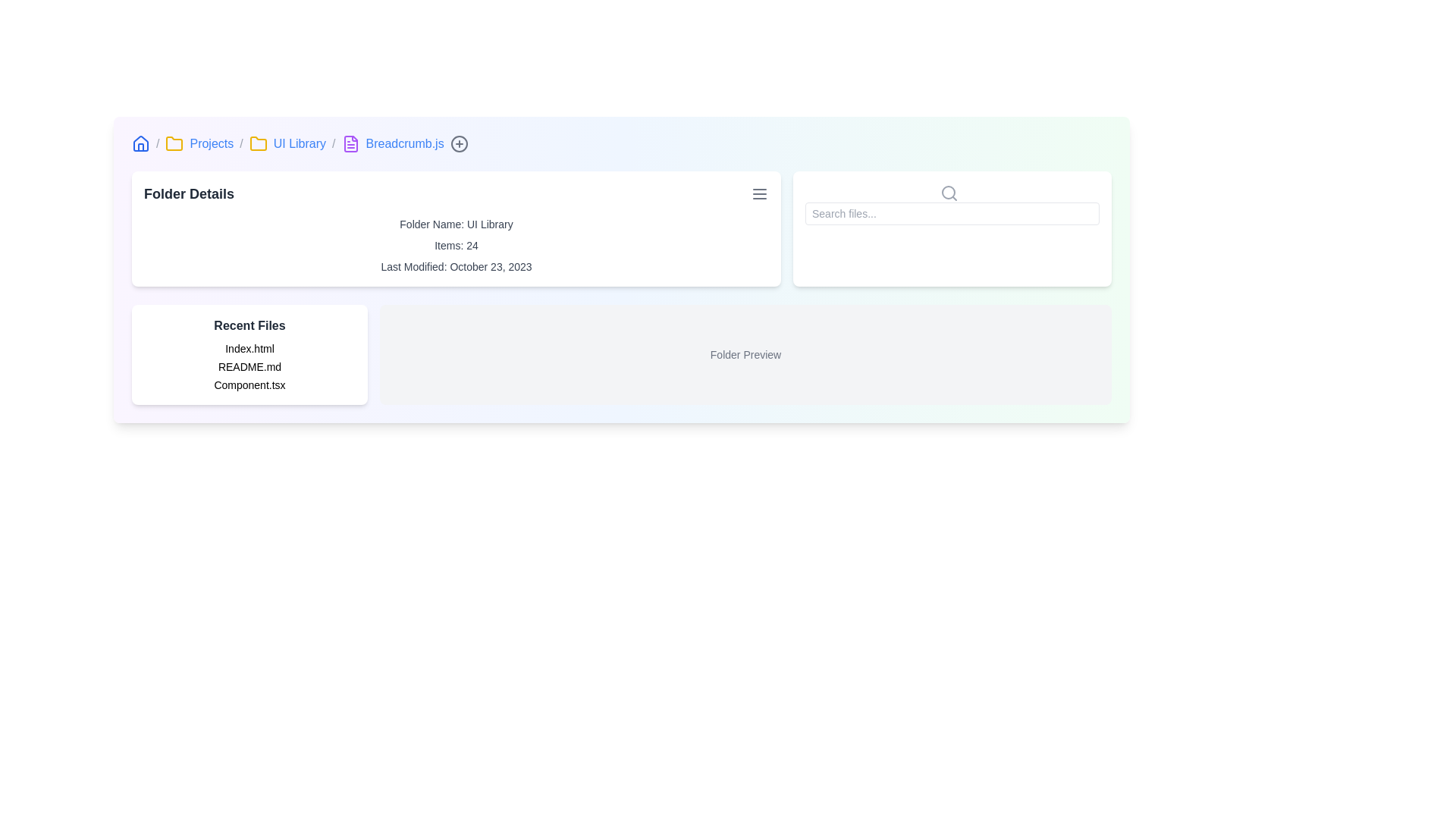 This screenshot has height=819, width=1456. What do you see at coordinates (188, 193) in the screenshot?
I see `text content of the 'Folder Details' label, which is prominently displayed in bold dark gray font in the upper-left corner of the main content area` at bounding box center [188, 193].